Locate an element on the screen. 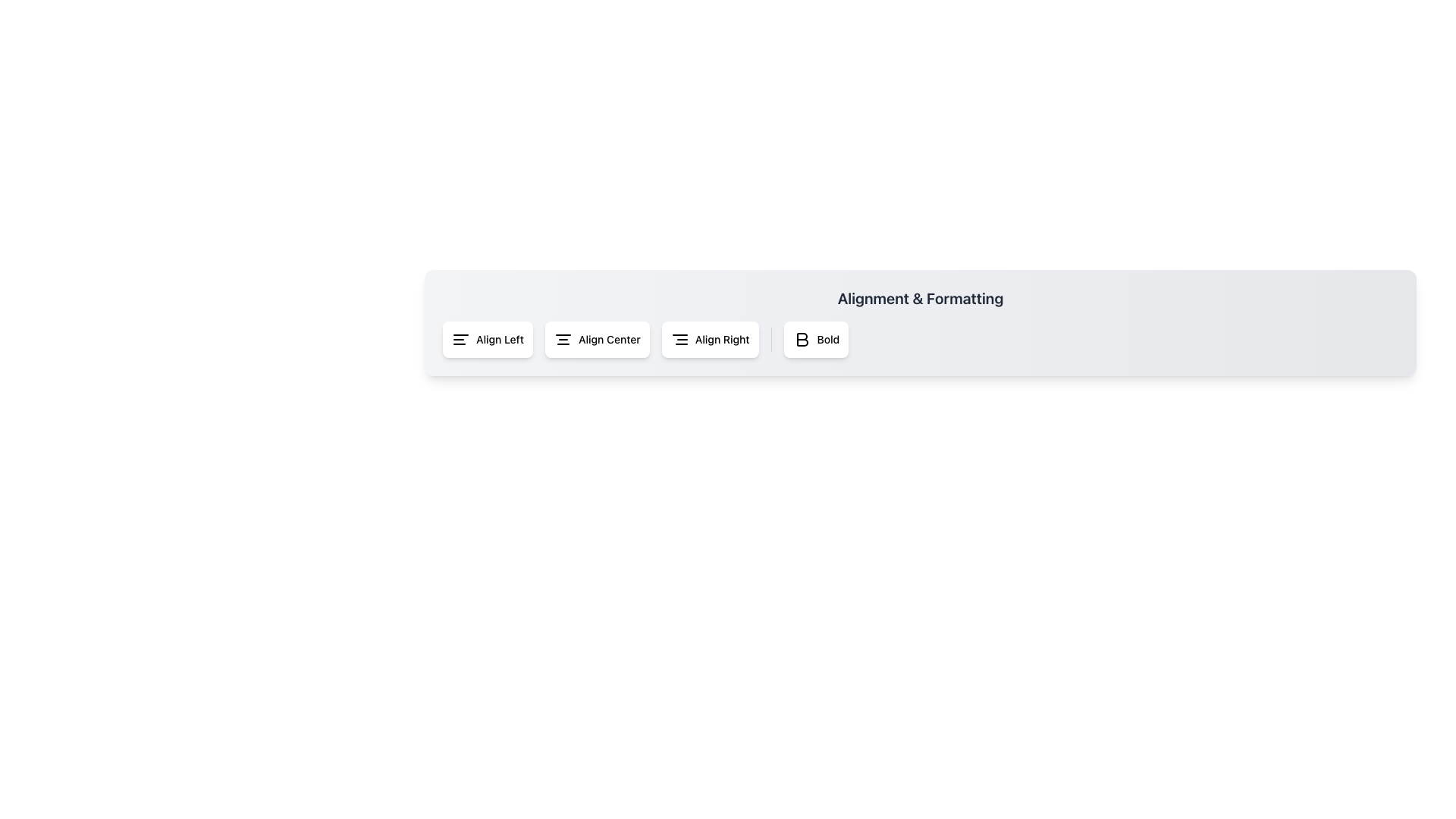 Image resolution: width=1456 pixels, height=819 pixels. the left alignment button, which is the first in the row of alignment and formatting buttons, to apply left alignment to the selected text or content is located at coordinates (488, 338).